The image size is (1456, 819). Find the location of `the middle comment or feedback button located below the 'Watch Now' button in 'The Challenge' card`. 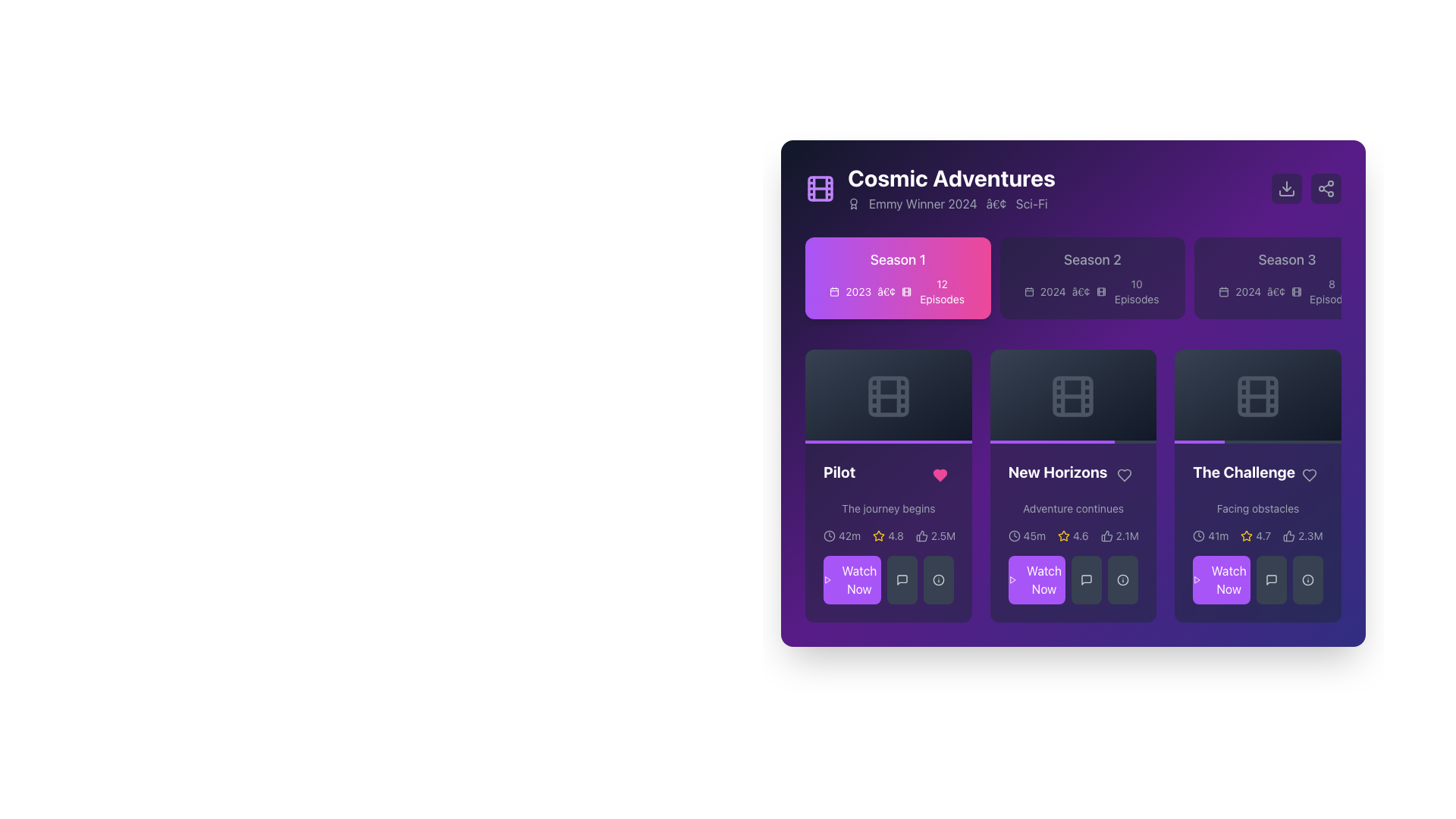

the middle comment or feedback button located below the 'Watch Now' button in 'The Challenge' card is located at coordinates (1271, 579).